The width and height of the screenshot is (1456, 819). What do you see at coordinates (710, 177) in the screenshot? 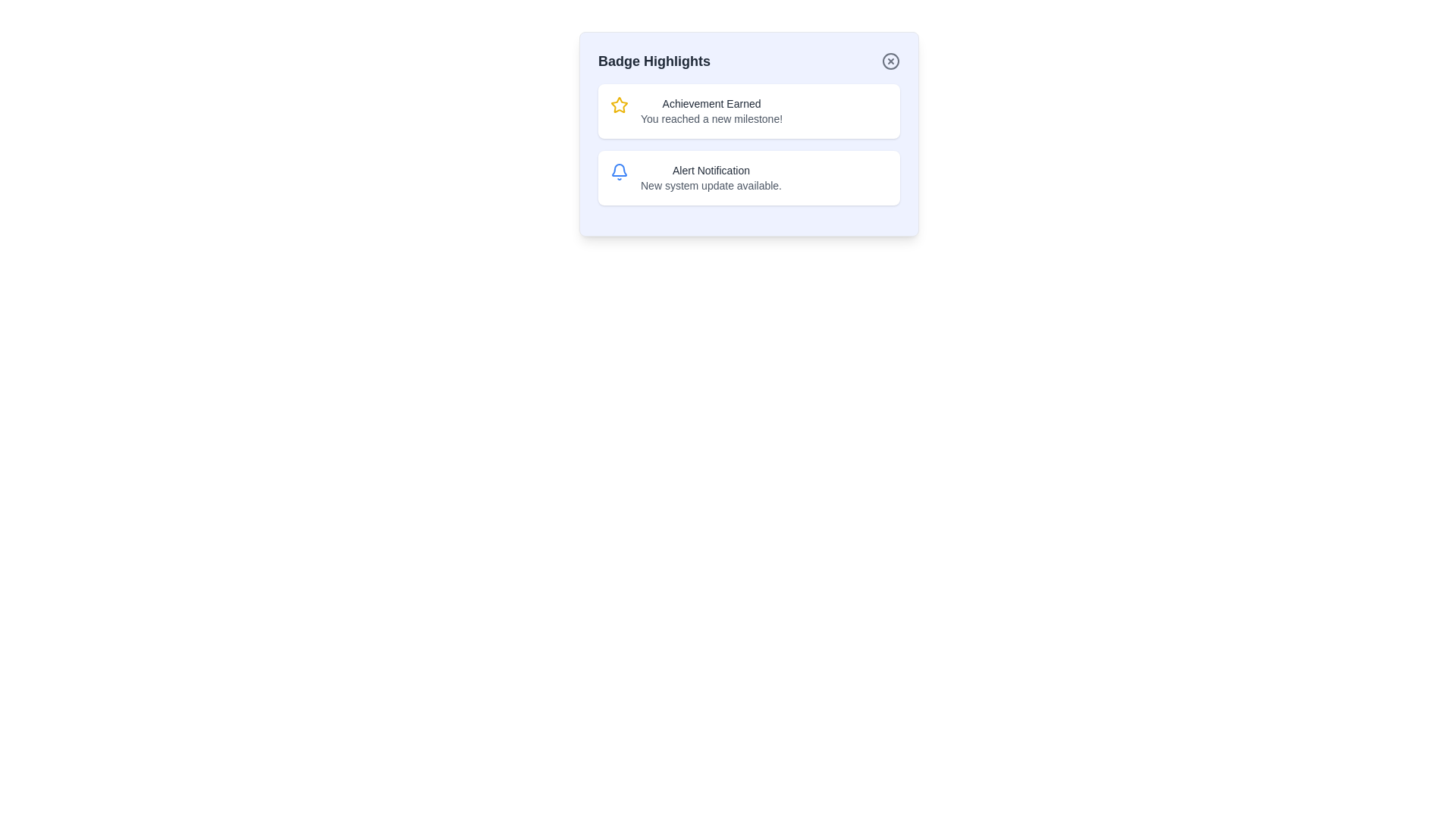
I see `text notification about the new system update, which is the second entry in the 'Badge Highlights' section` at bounding box center [710, 177].